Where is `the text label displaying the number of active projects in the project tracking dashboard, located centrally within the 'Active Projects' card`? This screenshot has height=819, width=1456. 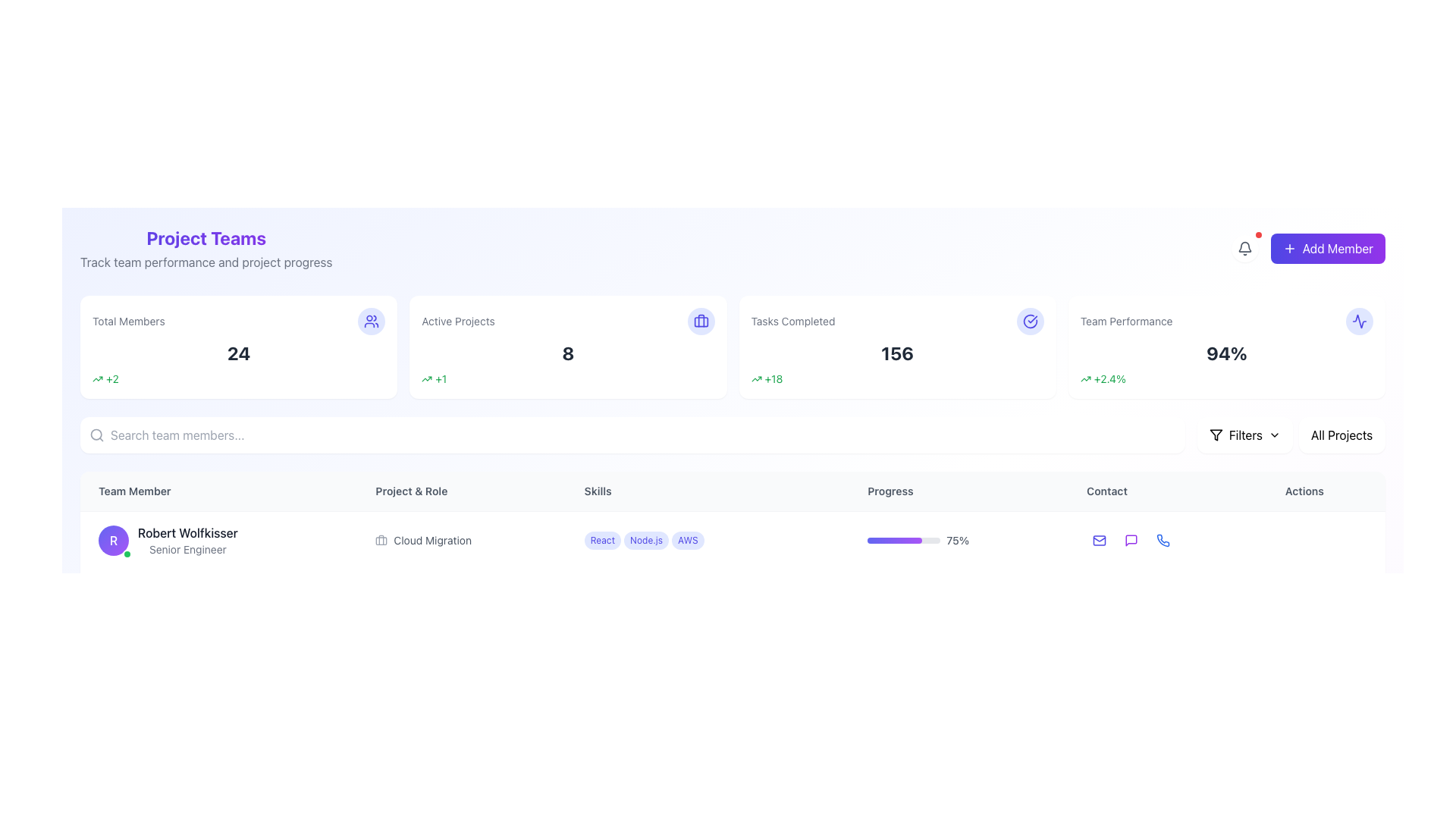
the text label displaying the number of active projects in the project tracking dashboard, located centrally within the 'Active Projects' card is located at coordinates (567, 353).